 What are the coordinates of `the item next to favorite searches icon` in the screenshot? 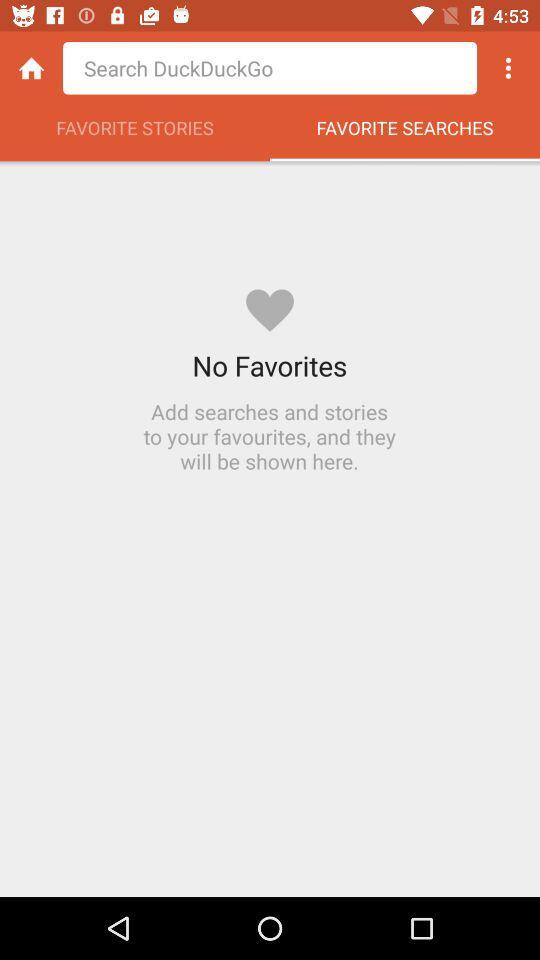 It's located at (135, 132).